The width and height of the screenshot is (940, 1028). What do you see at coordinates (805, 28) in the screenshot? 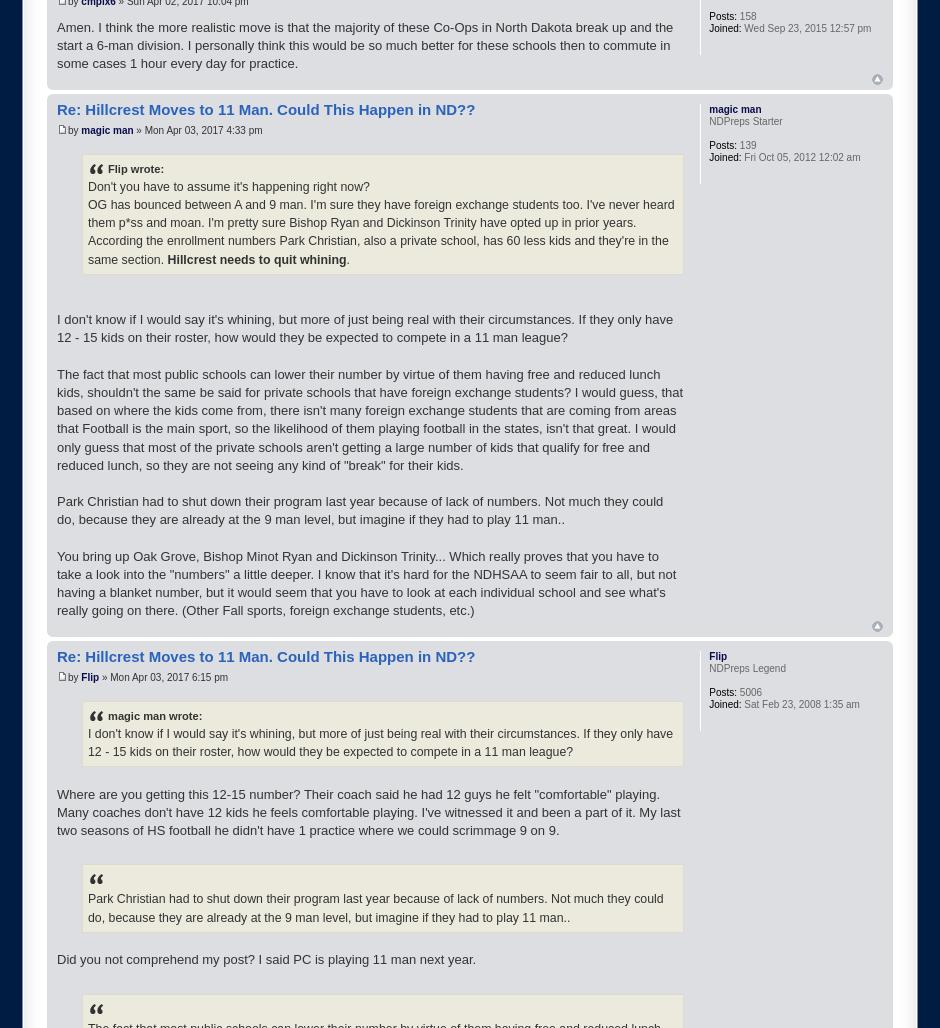
I see `'Wed Sep 23, 2015 12:57 pm'` at bounding box center [805, 28].